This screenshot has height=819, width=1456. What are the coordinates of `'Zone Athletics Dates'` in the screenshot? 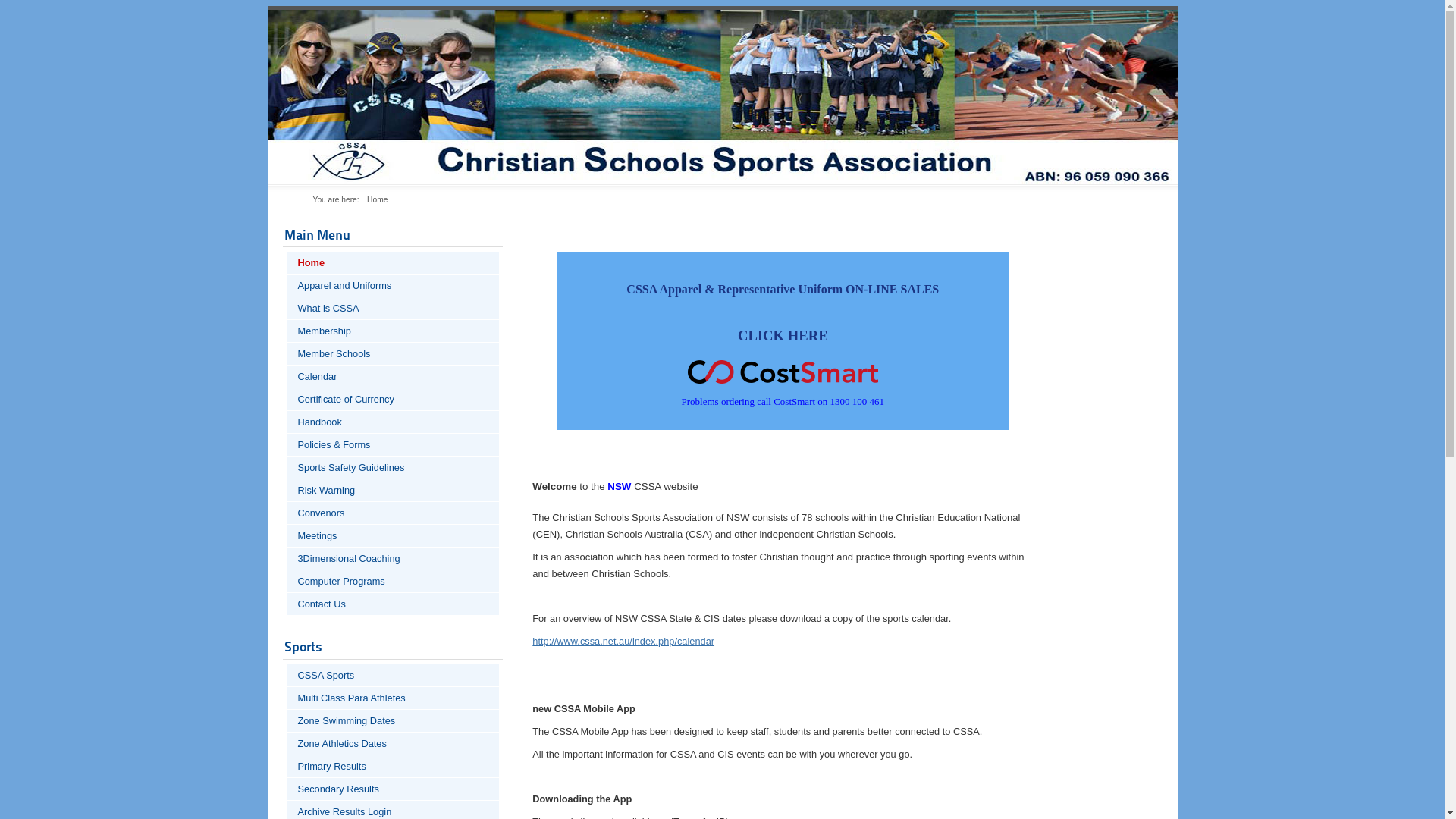 It's located at (287, 742).